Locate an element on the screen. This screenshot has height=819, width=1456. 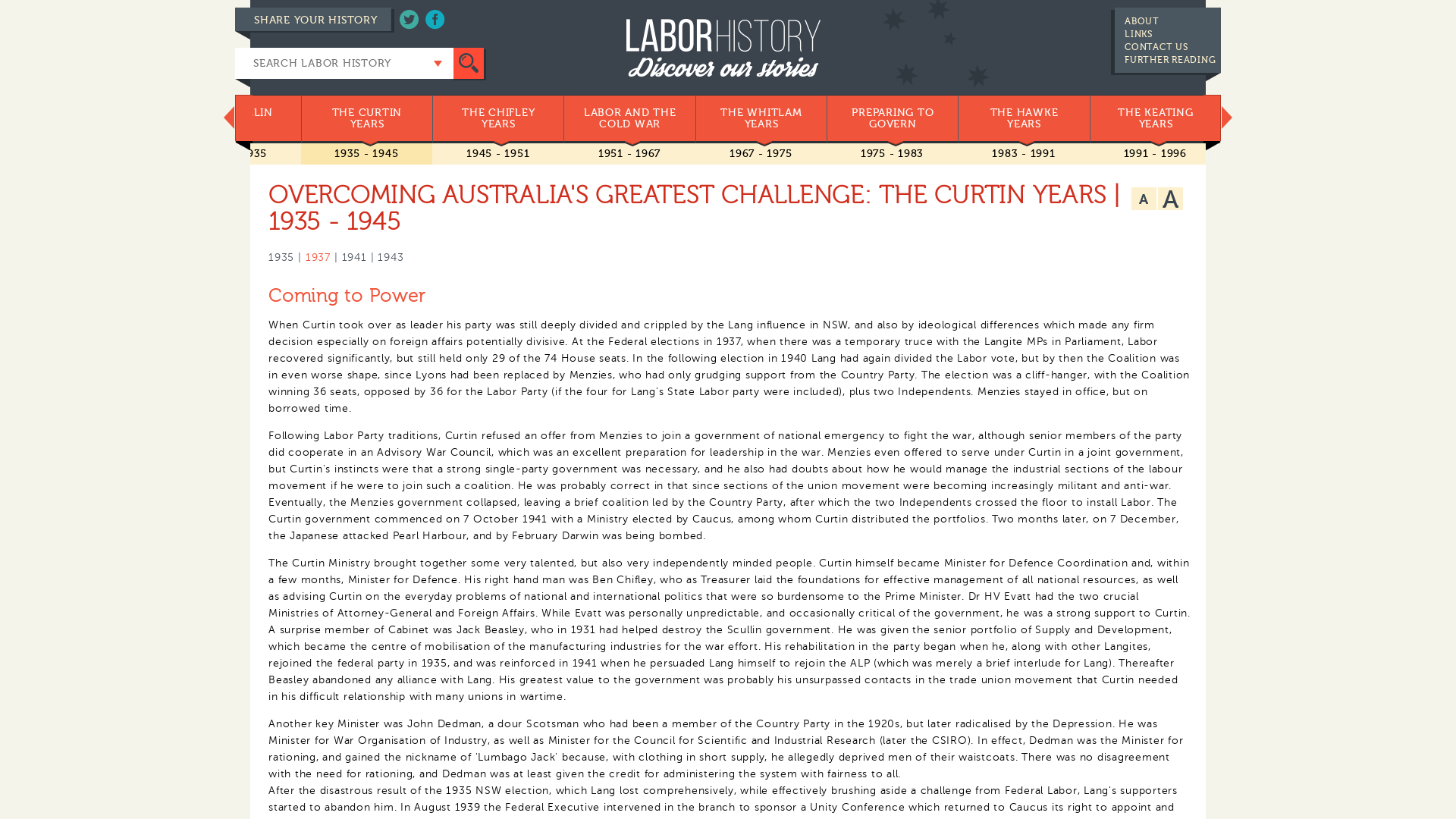
'THE HAWKE YEARS' is located at coordinates (1023, 118).